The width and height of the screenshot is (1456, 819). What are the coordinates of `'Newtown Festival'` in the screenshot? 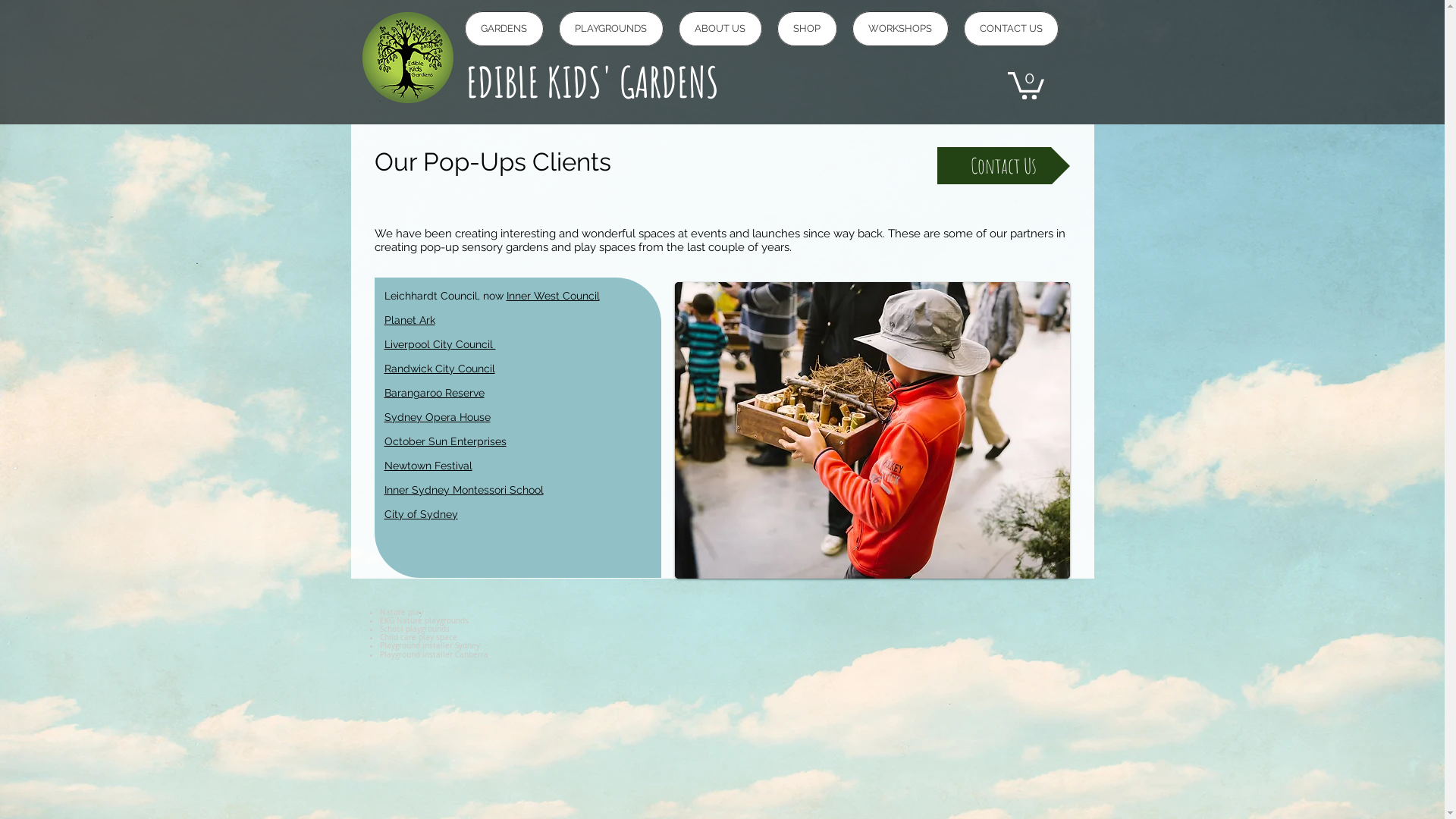 It's located at (427, 464).